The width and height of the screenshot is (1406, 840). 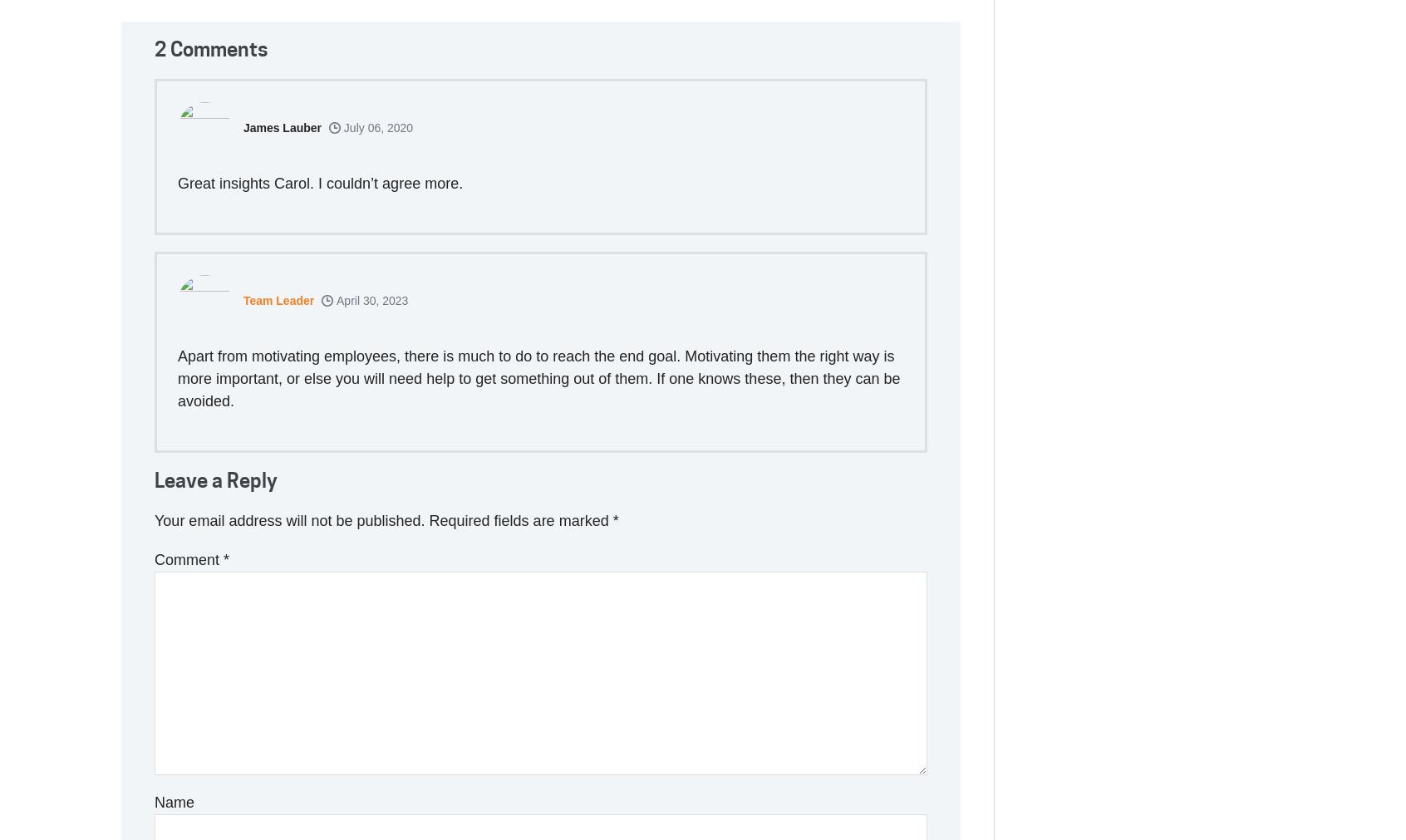 What do you see at coordinates (519, 520) in the screenshot?
I see `'Required fields are marked'` at bounding box center [519, 520].